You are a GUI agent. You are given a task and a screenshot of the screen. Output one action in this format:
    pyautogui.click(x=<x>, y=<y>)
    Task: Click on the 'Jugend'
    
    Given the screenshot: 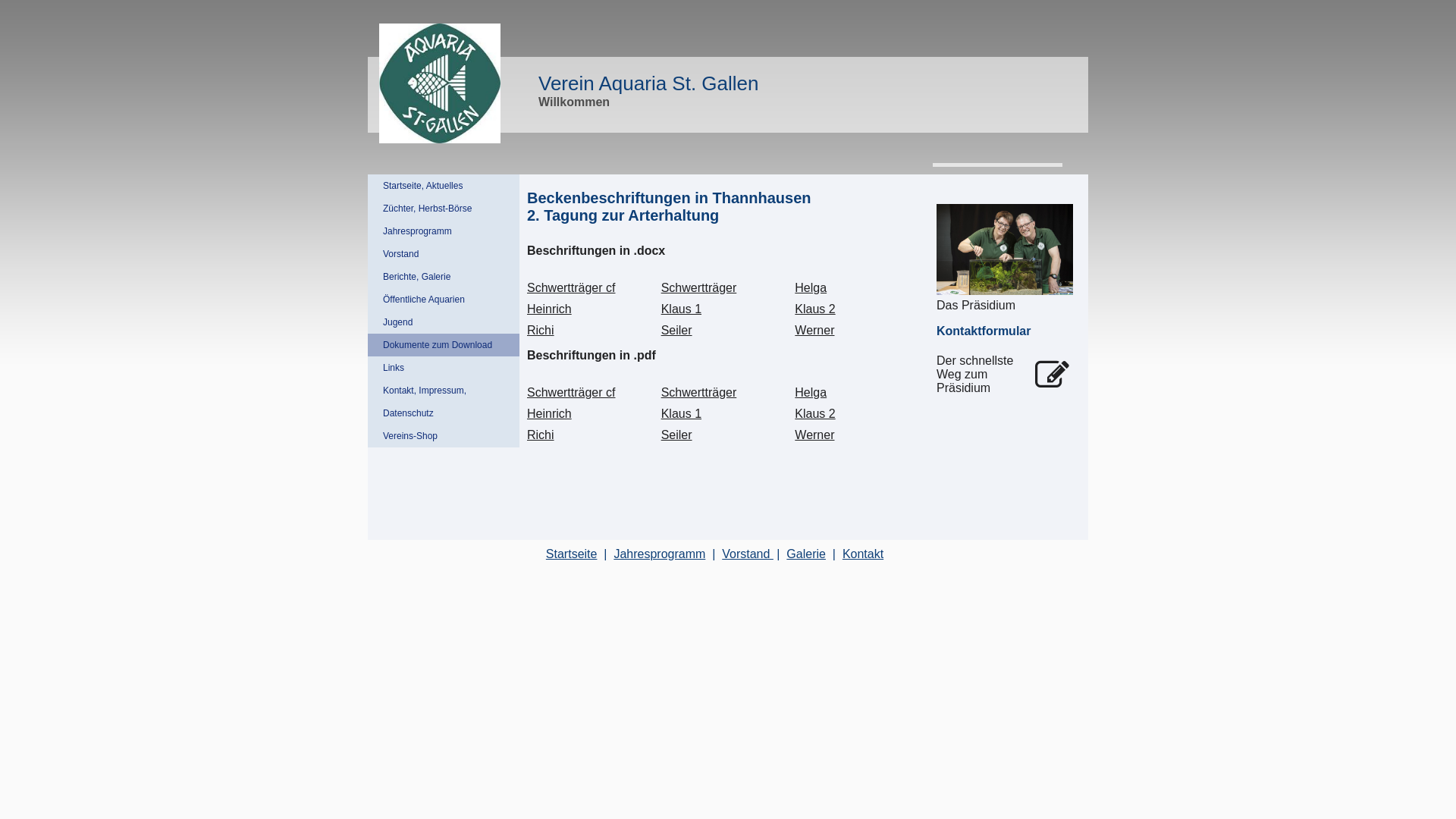 What is the action you would take?
    pyautogui.click(x=443, y=321)
    